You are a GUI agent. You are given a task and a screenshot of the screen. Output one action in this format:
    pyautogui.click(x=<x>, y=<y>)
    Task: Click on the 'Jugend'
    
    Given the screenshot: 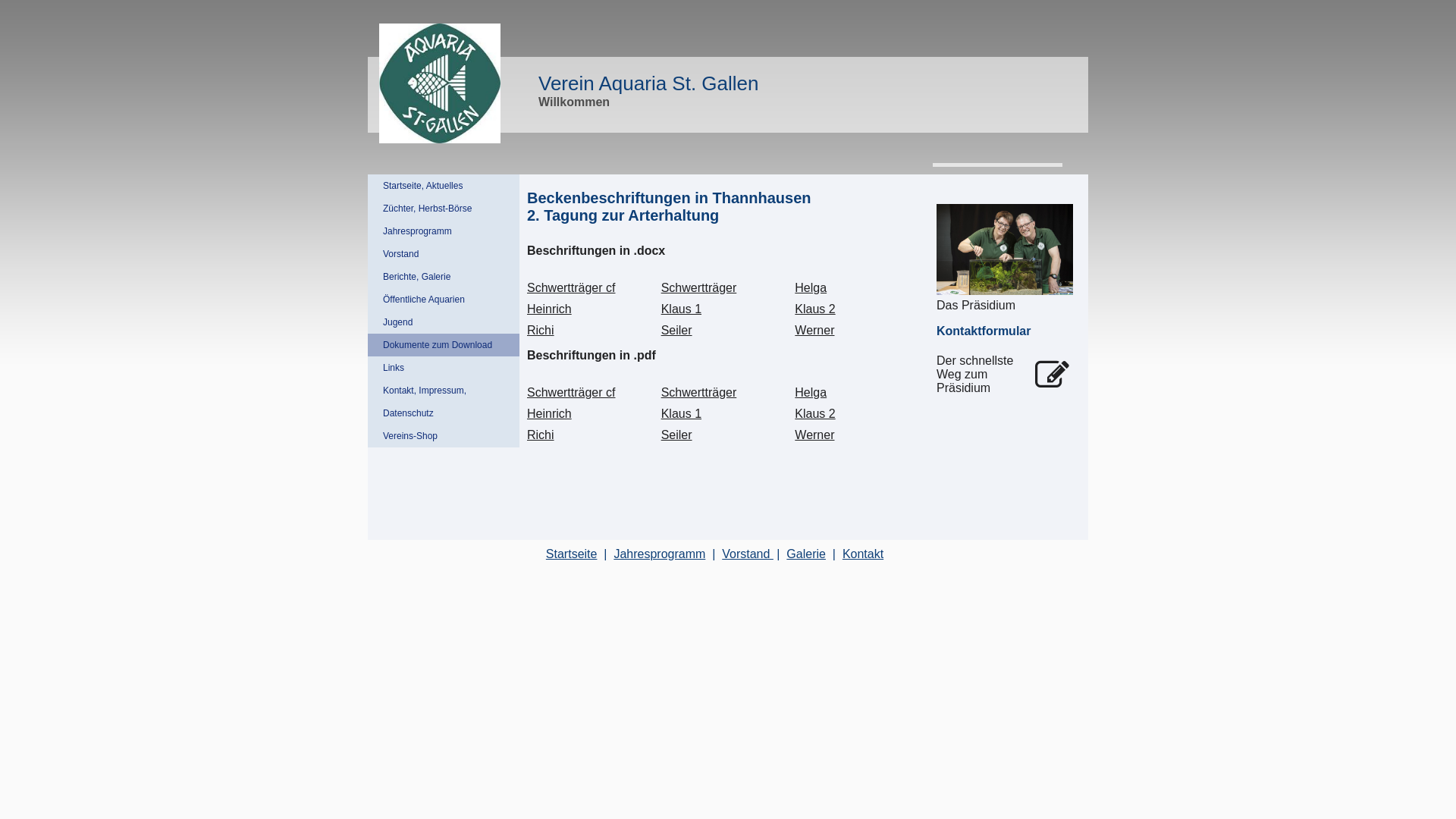 What is the action you would take?
    pyautogui.click(x=443, y=321)
    